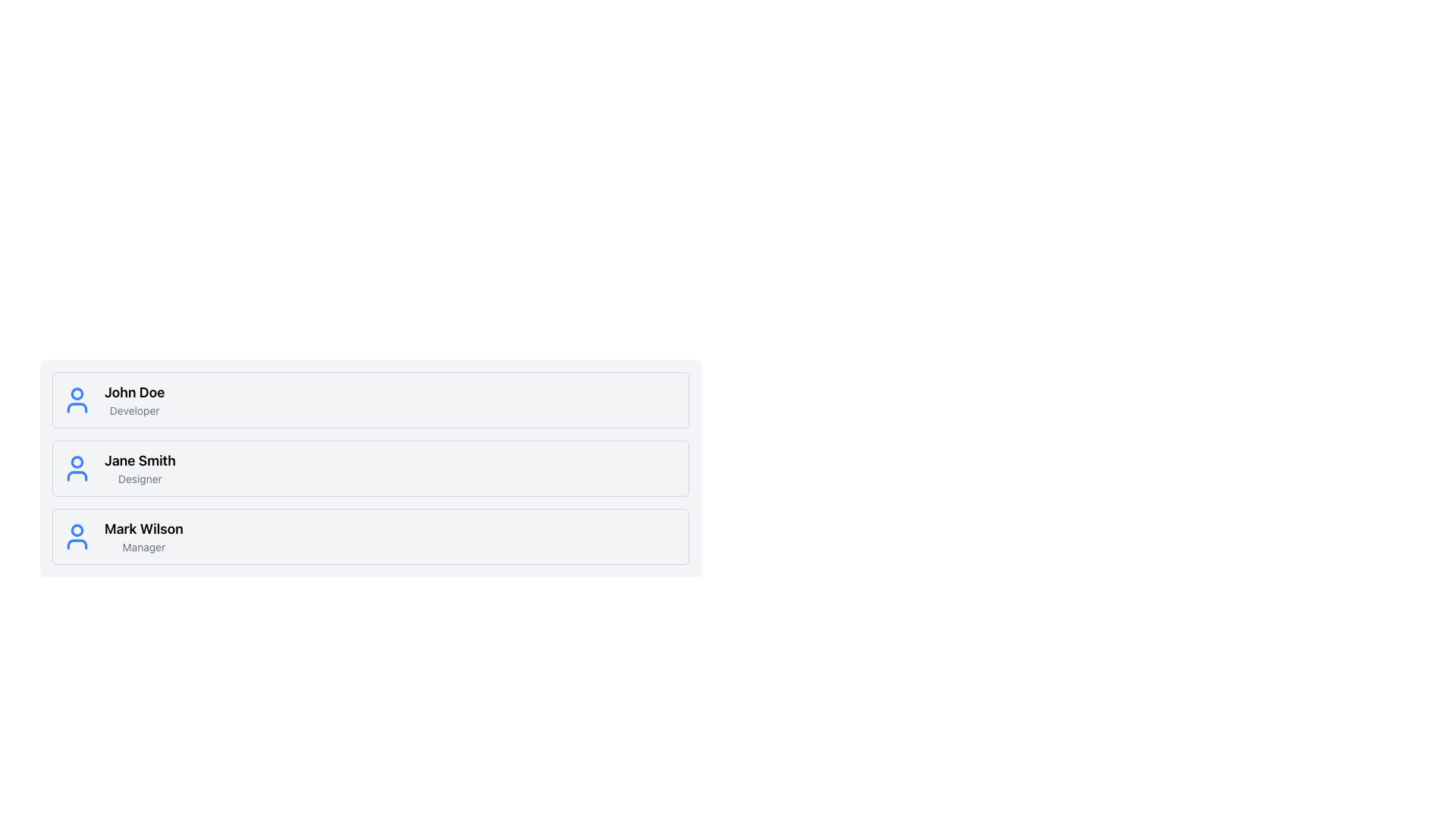 The height and width of the screenshot is (819, 1456). I want to click on the text element indicating the role designation of 'Manager' located below 'Mark Wilson' in the list of names, so click(143, 547).